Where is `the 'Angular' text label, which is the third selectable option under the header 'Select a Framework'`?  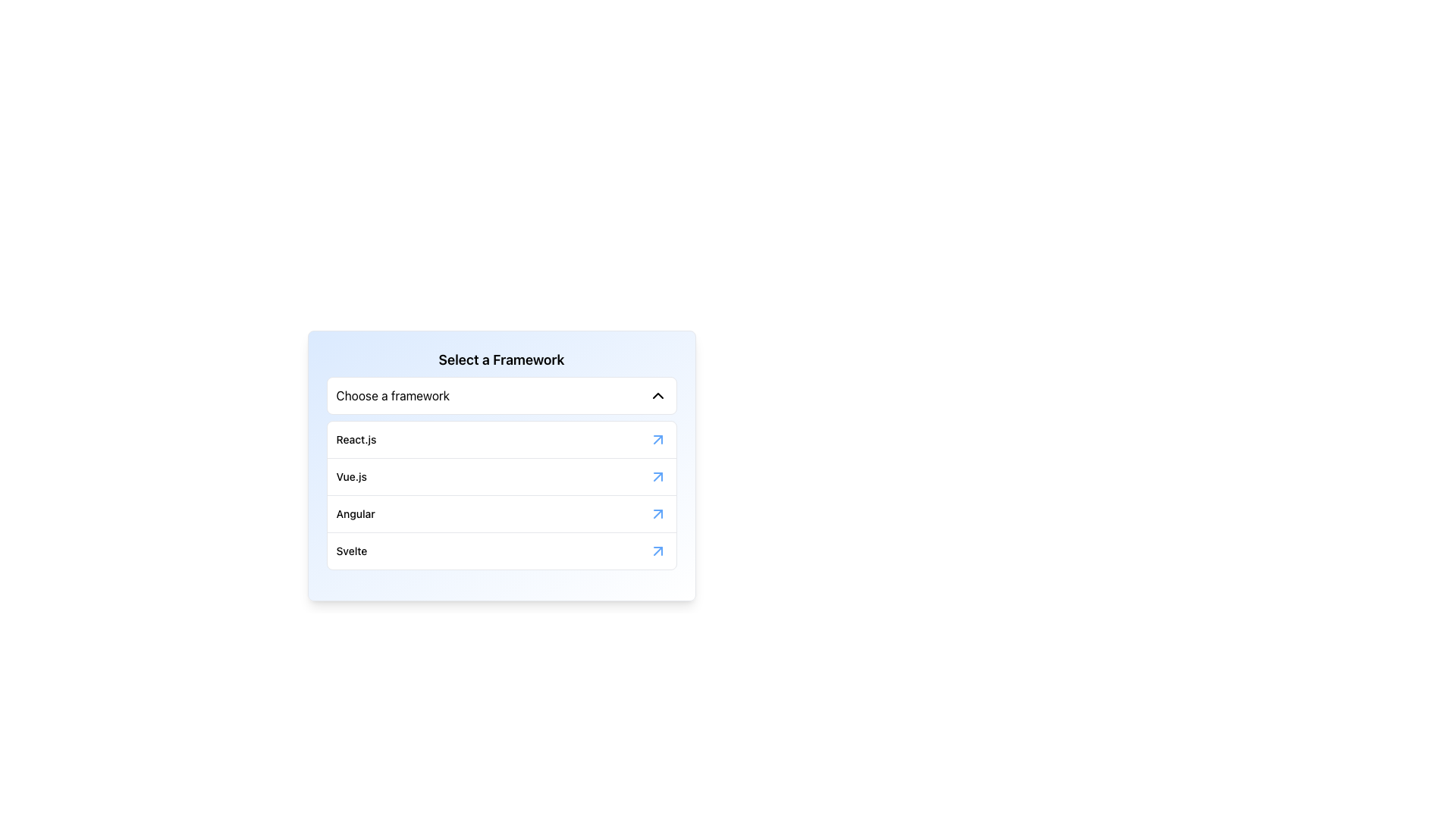
the 'Angular' text label, which is the third selectable option under the header 'Select a Framework' is located at coordinates (355, 513).